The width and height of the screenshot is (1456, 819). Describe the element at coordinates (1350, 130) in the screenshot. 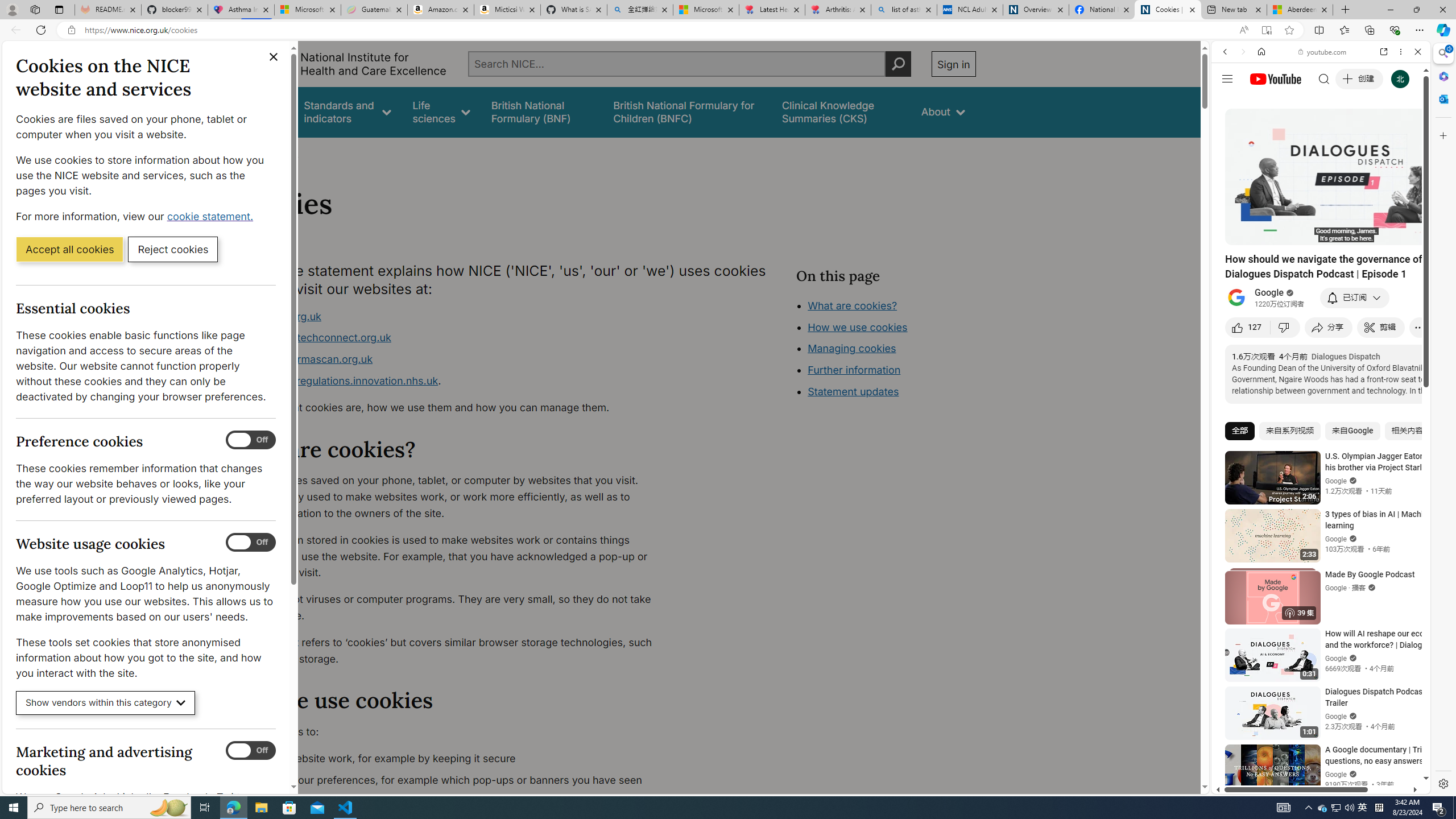

I see `'SEARCH TOOLS'` at that location.